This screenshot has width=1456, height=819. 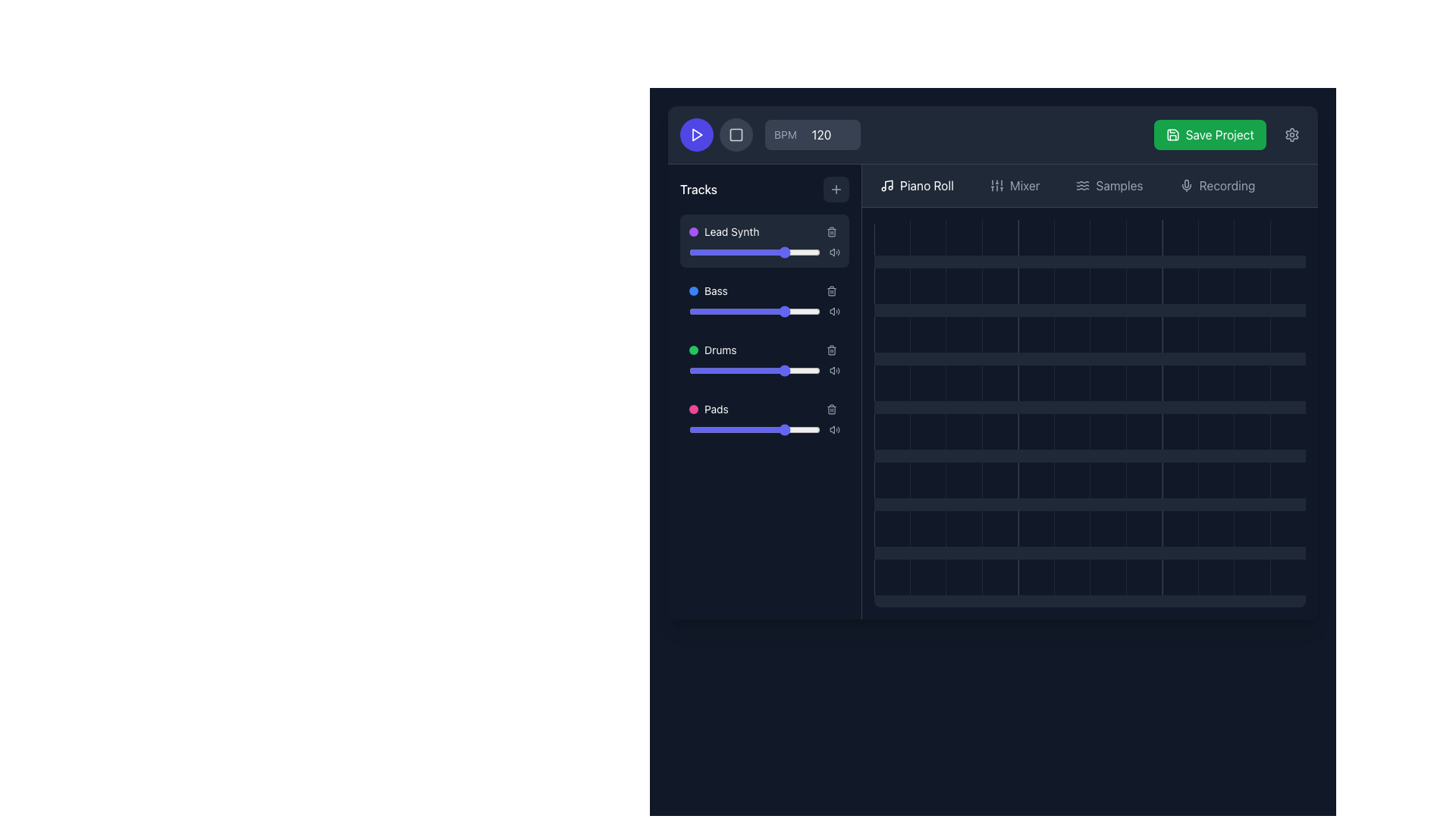 What do you see at coordinates (927, 431) in the screenshot?
I see `the second grid cell in the fifth row of the 'Piano Roll' tab, which is a square-shaped dark gray box that lightens on hover` at bounding box center [927, 431].